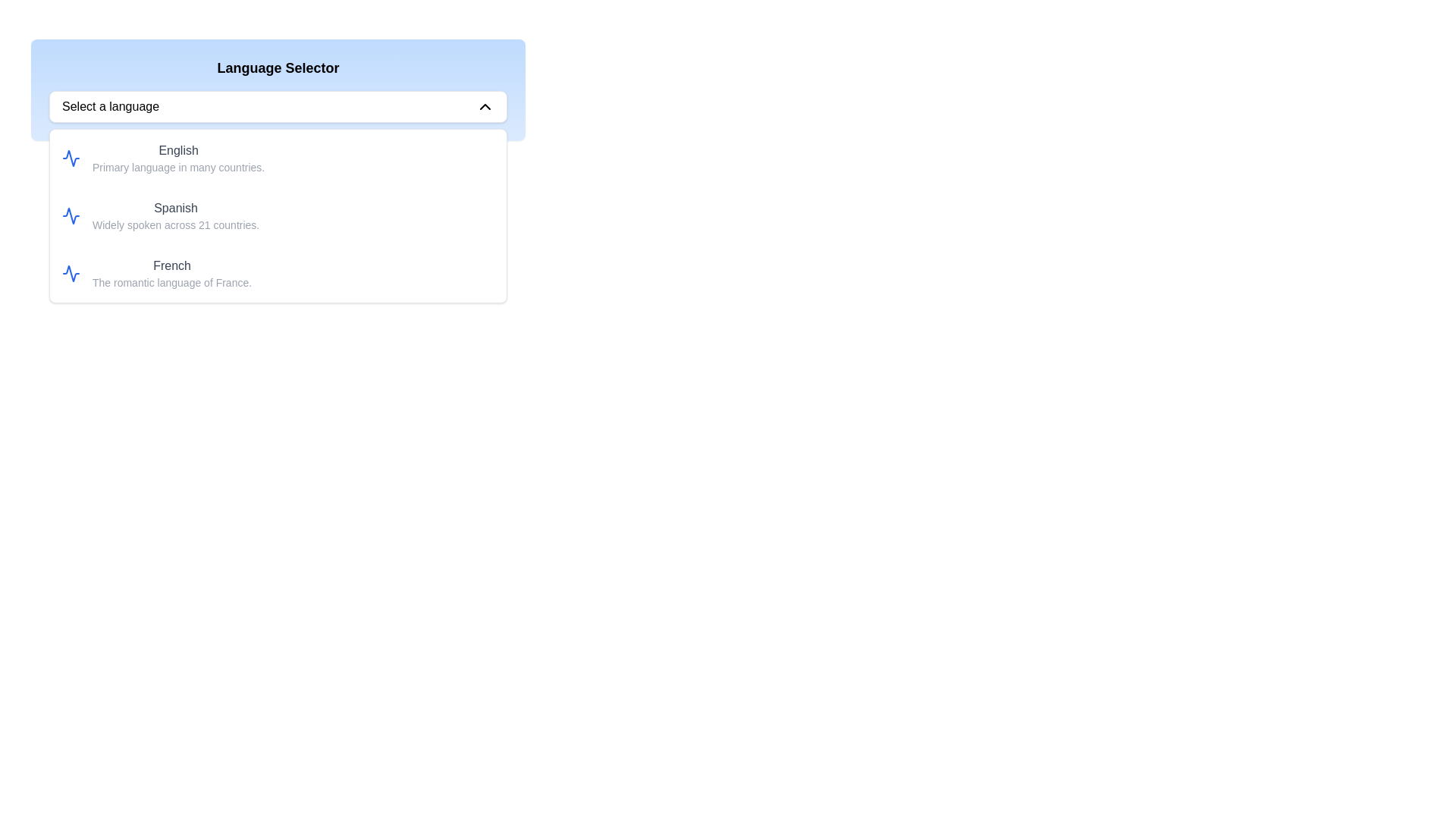 The width and height of the screenshot is (1456, 819). I want to click on the first item in the language selector dropdown menu labeled 'Language Selector', so click(178, 158).